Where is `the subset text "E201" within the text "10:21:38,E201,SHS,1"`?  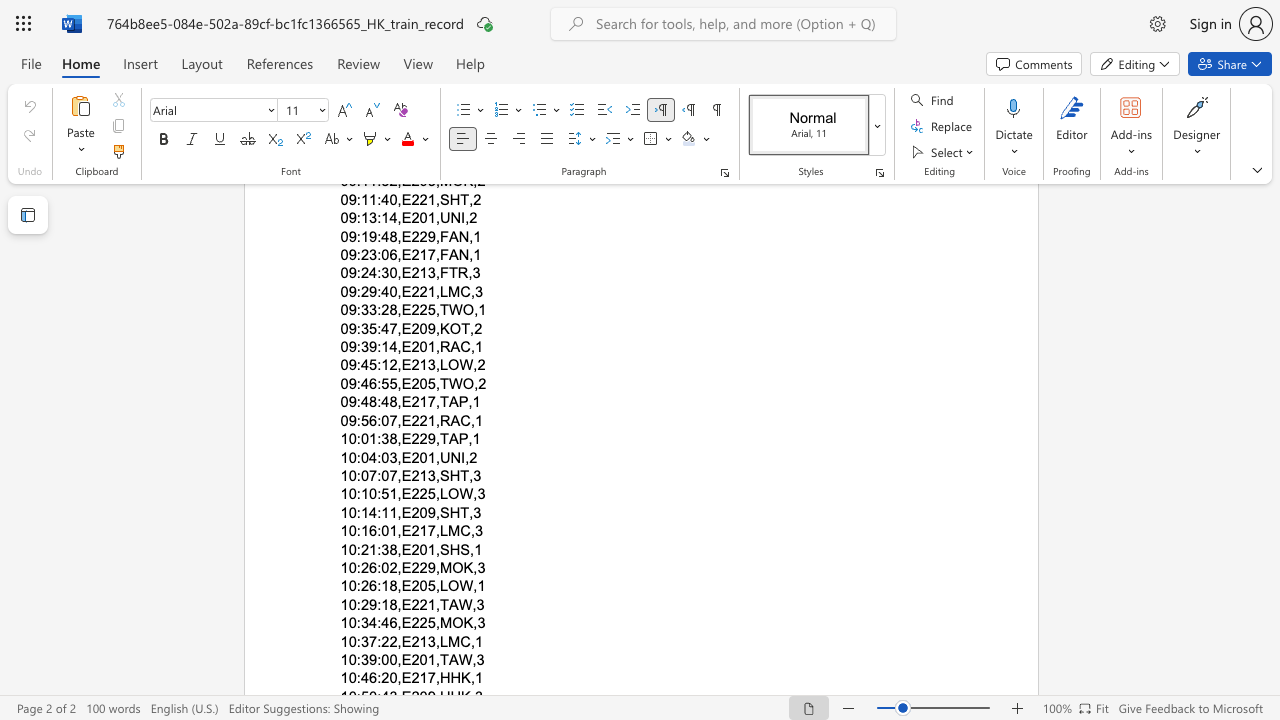
the subset text "E201" within the text "10:21:38,E201,SHS,1" is located at coordinates (400, 549).